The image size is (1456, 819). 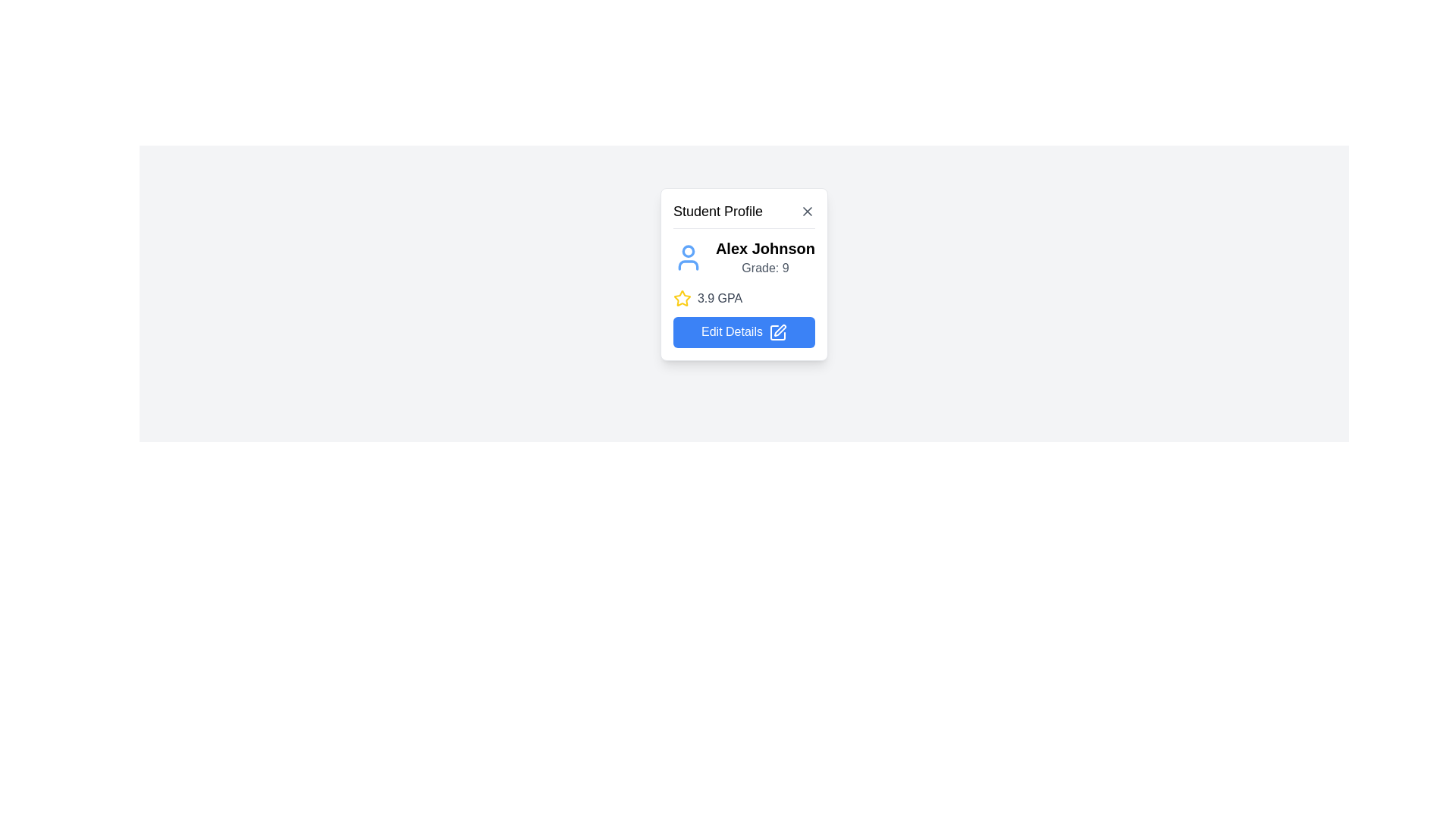 What do you see at coordinates (765, 268) in the screenshot?
I see `the static text element displaying 'Grade: 9', which is gray-colored and positioned below 'Alex Johnson'` at bounding box center [765, 268].